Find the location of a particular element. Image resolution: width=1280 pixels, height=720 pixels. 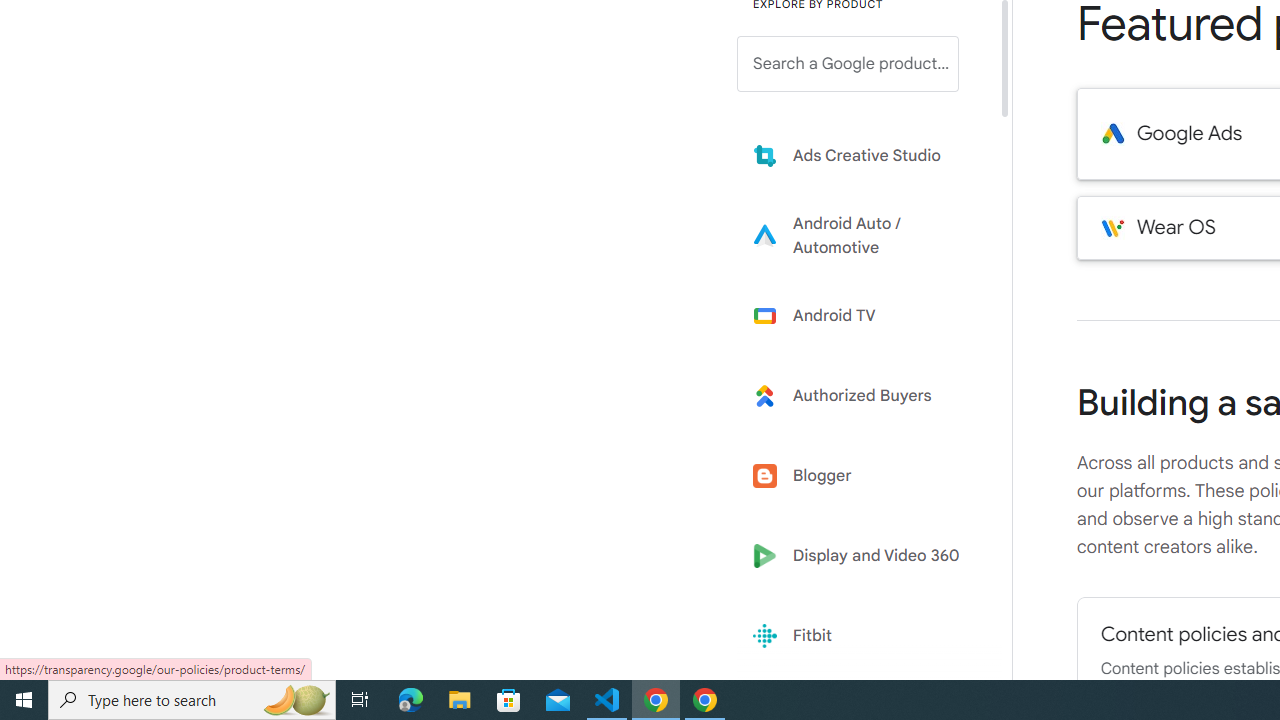

'Learn more about Android Auto' is located at coordinates (862, 234).